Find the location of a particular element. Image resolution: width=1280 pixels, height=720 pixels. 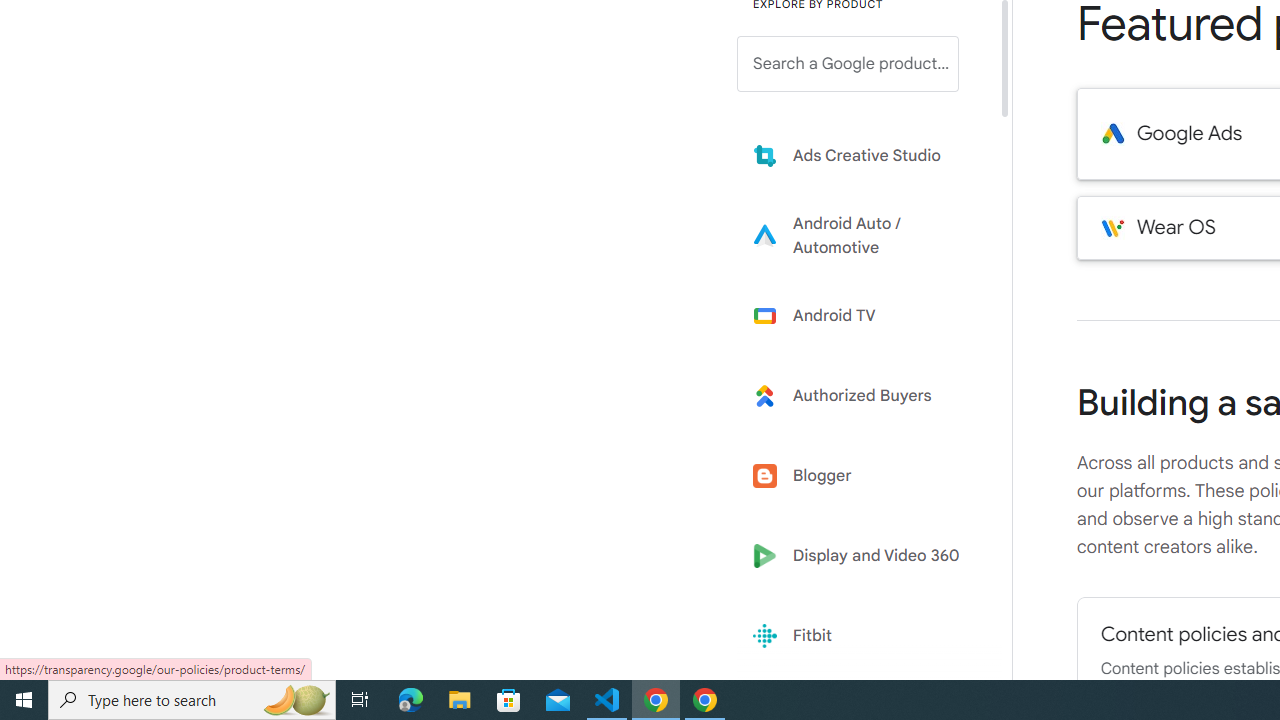

'Learn more about Android Auto' is located at coordinates (862, 234).